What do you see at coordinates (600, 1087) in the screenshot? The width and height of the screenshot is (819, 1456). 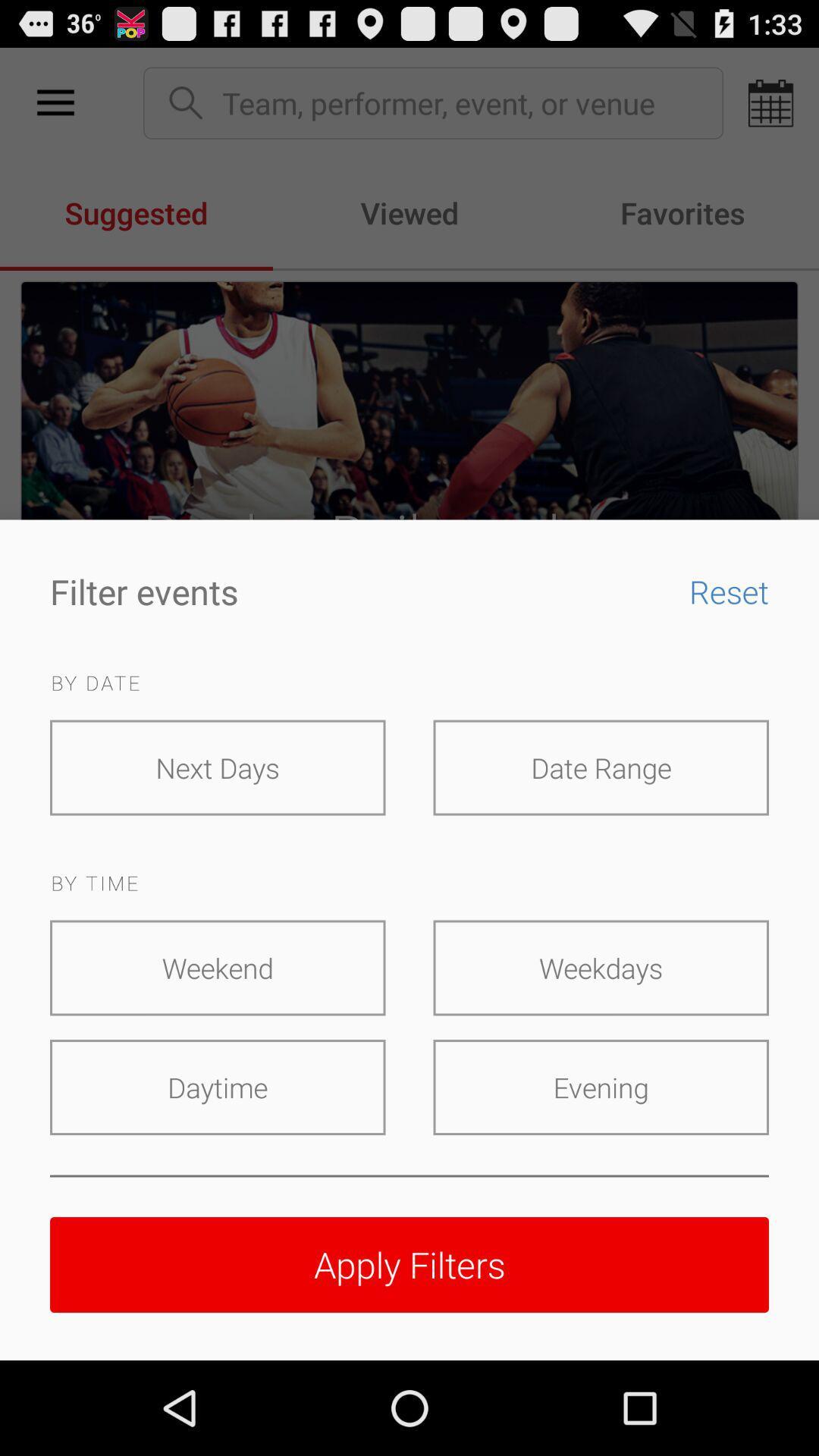 I see `the item below weekdays` at bounding box center [600, 1087].